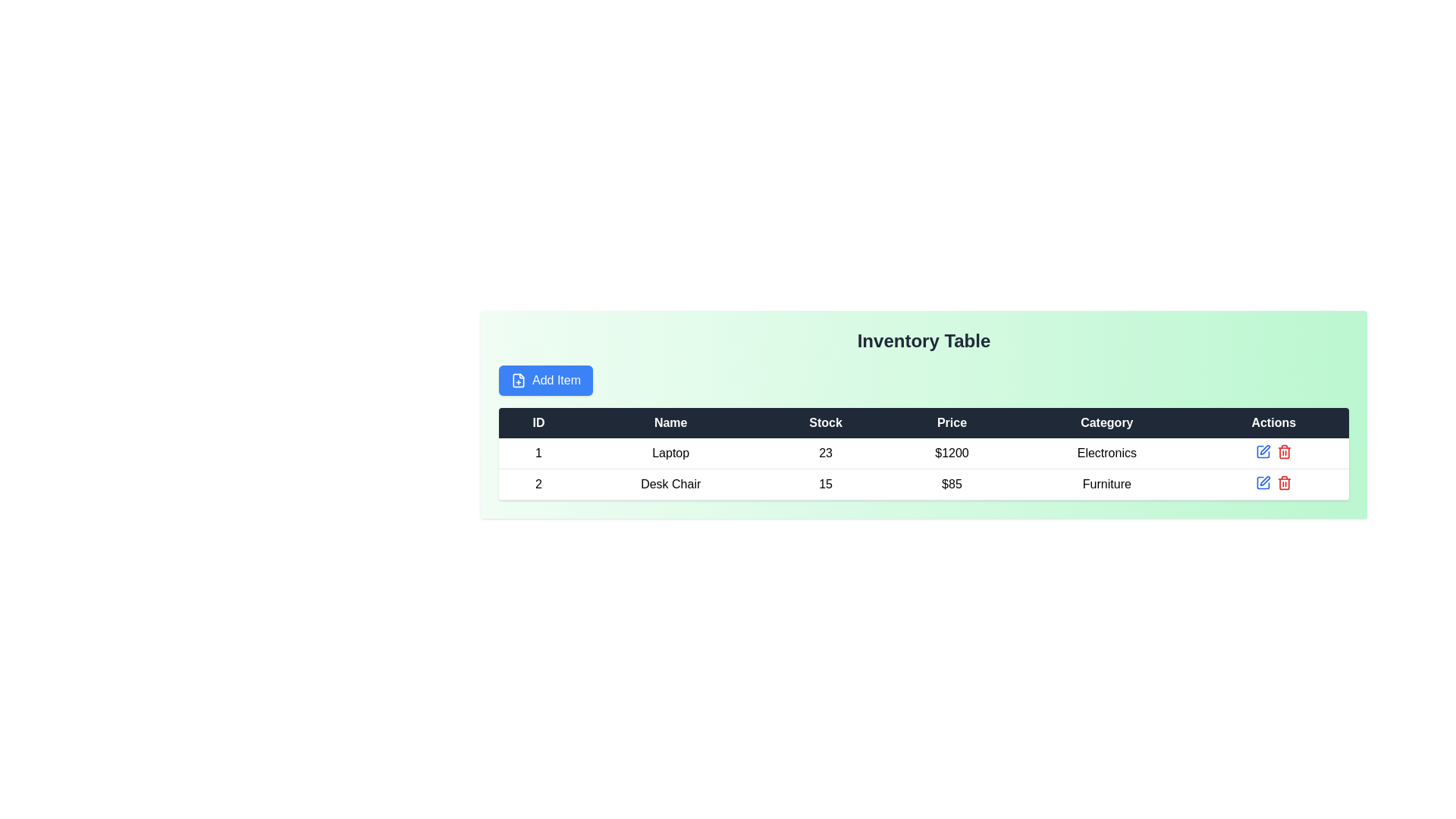 This screenshot has width=1456, height=819. What do you see at coordinates (825, 485) in the screenshot?
I see `stock count of the item 'Desk Chair' from the data cell located in the second row under the 'Stock' column of the inventory table` at bounding box center [825, 485].